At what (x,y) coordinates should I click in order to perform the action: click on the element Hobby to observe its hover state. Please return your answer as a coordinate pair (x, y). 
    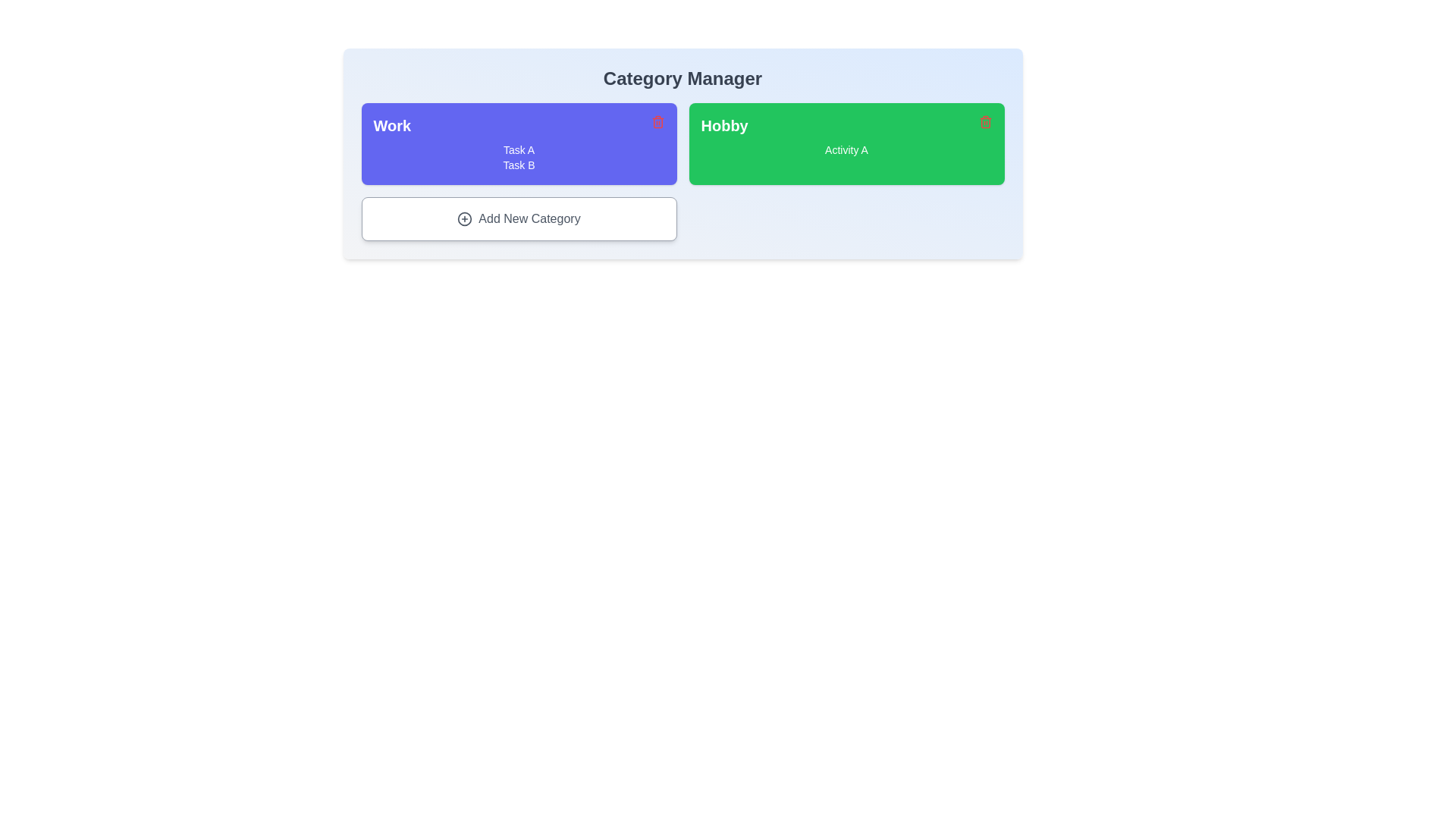
    Looking at the image, I should click on (846, 143).